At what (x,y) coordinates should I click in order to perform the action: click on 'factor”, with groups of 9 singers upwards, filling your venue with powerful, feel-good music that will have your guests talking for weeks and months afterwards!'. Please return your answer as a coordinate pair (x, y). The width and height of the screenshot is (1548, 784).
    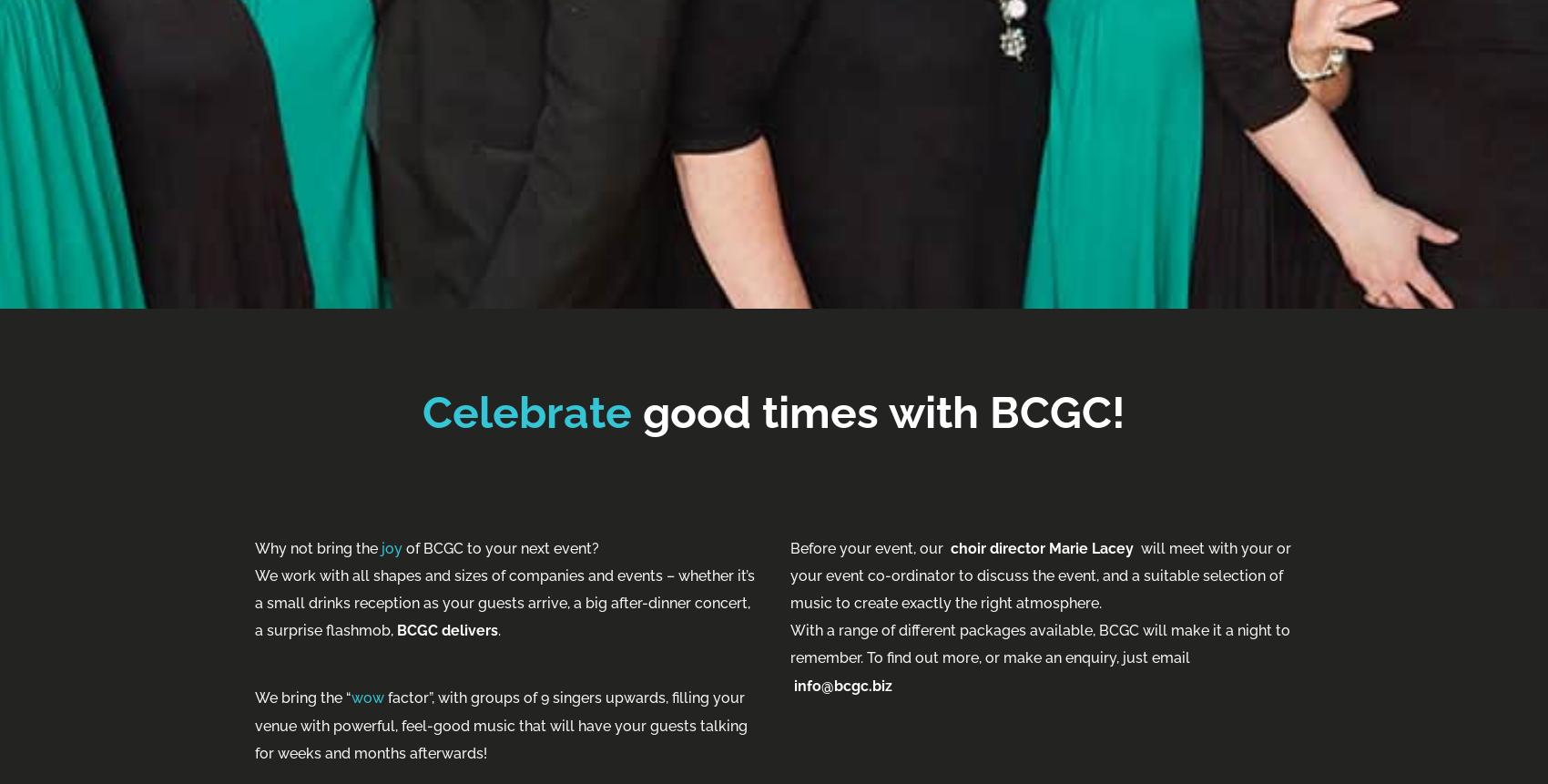
    Looking at the image, I should click on (500, 725).